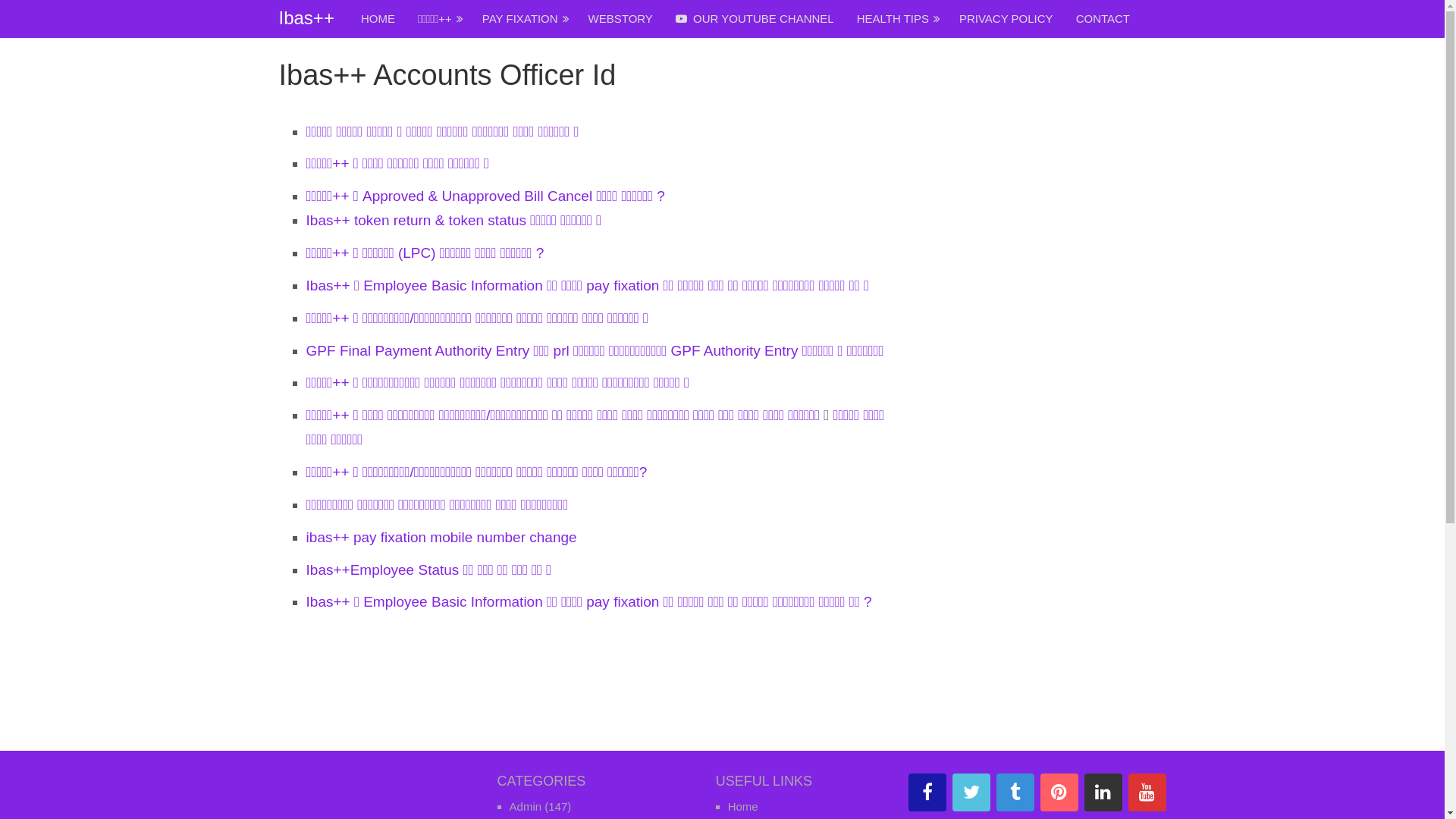 The height and width of the screenshot is (819, 1456). Describe the element at coordinates (306, 17) in the screenshot. I see `'Ibas++'` at that location.